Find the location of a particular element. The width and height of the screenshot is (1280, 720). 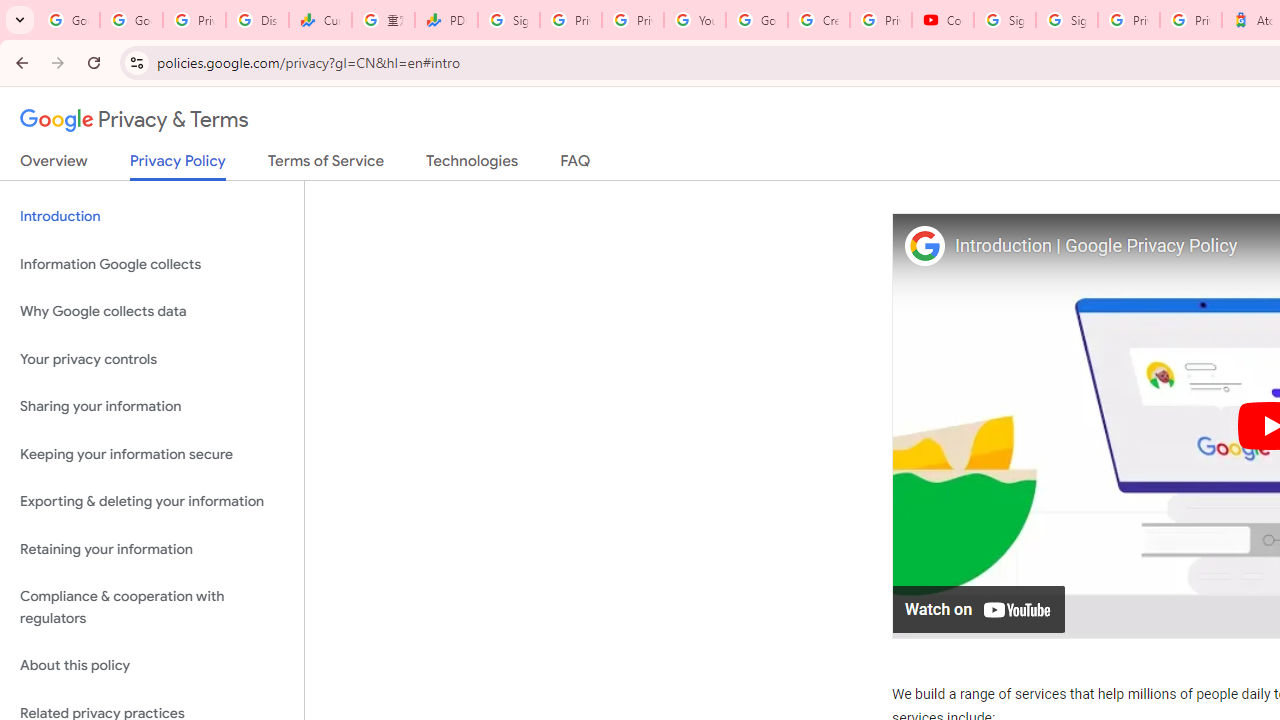

'Watch on YouTube' is located at coordinates (979, 607).